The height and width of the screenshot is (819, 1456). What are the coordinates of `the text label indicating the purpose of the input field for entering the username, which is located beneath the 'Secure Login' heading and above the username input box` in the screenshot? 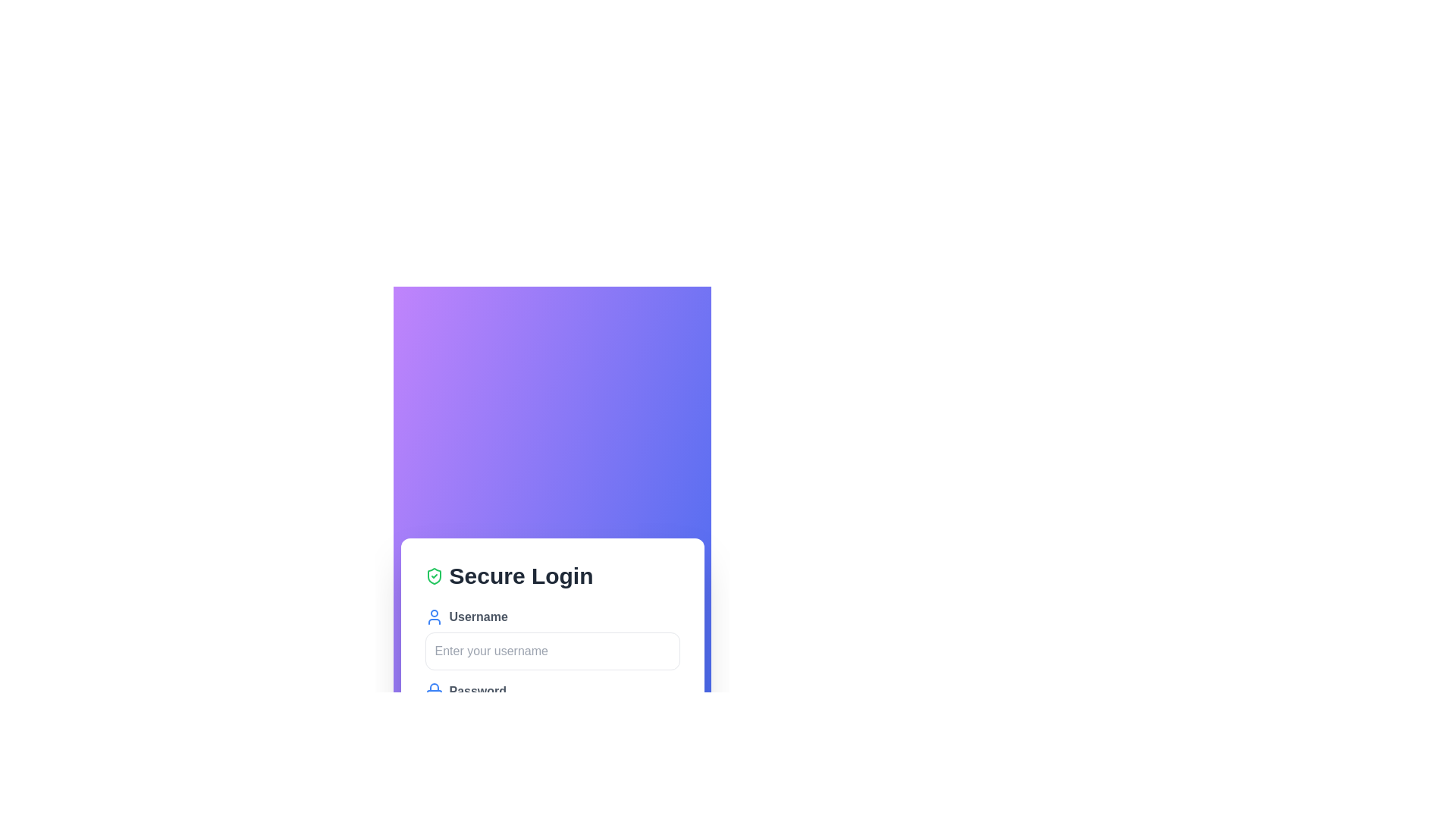 It's located at (478, 617).